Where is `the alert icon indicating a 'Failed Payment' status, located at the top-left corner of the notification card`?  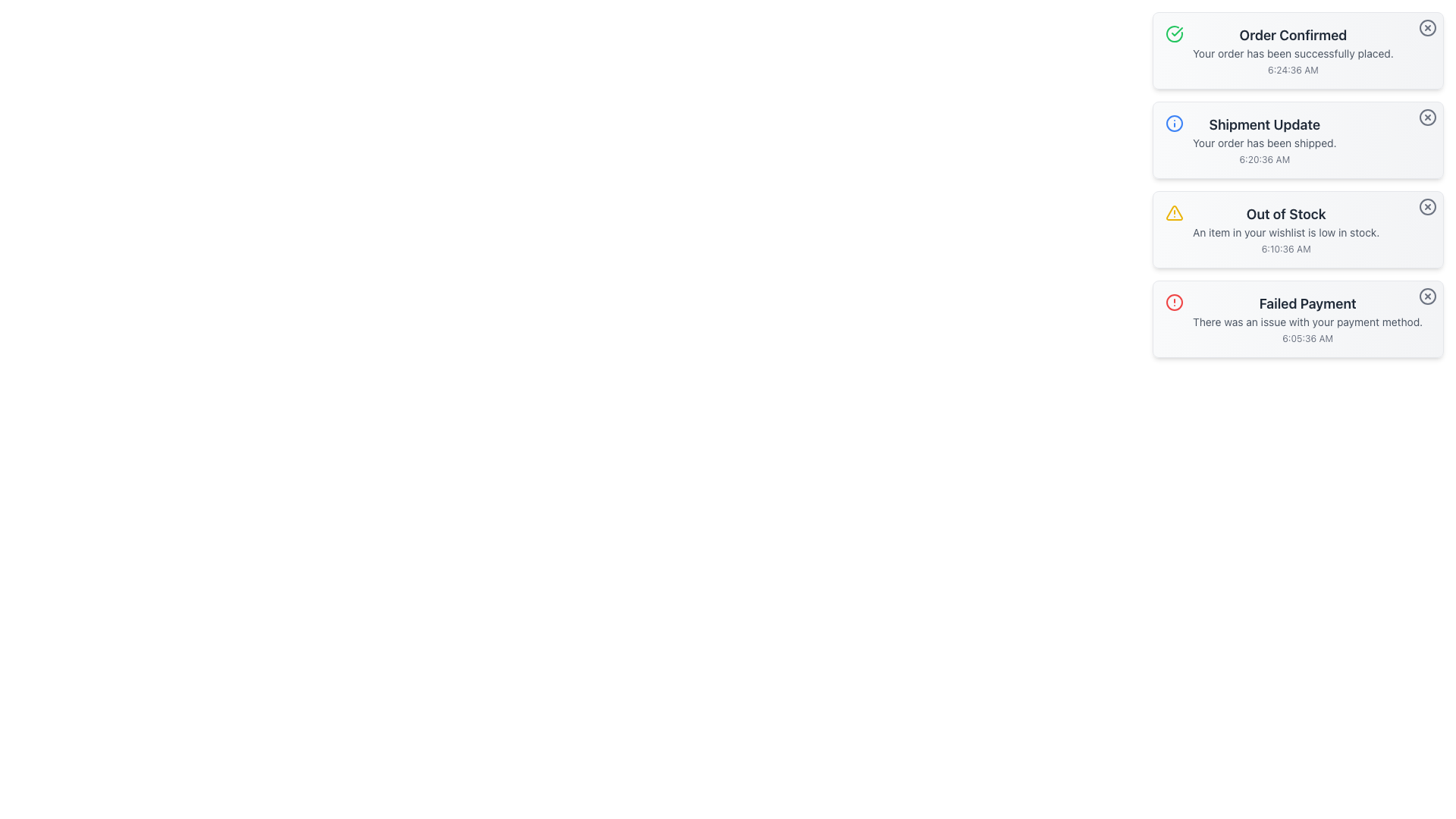 the alert icon indicating a 'Failed Payment' status, located at the top-left corner of the notification card is located at coordinates (1174, 302).